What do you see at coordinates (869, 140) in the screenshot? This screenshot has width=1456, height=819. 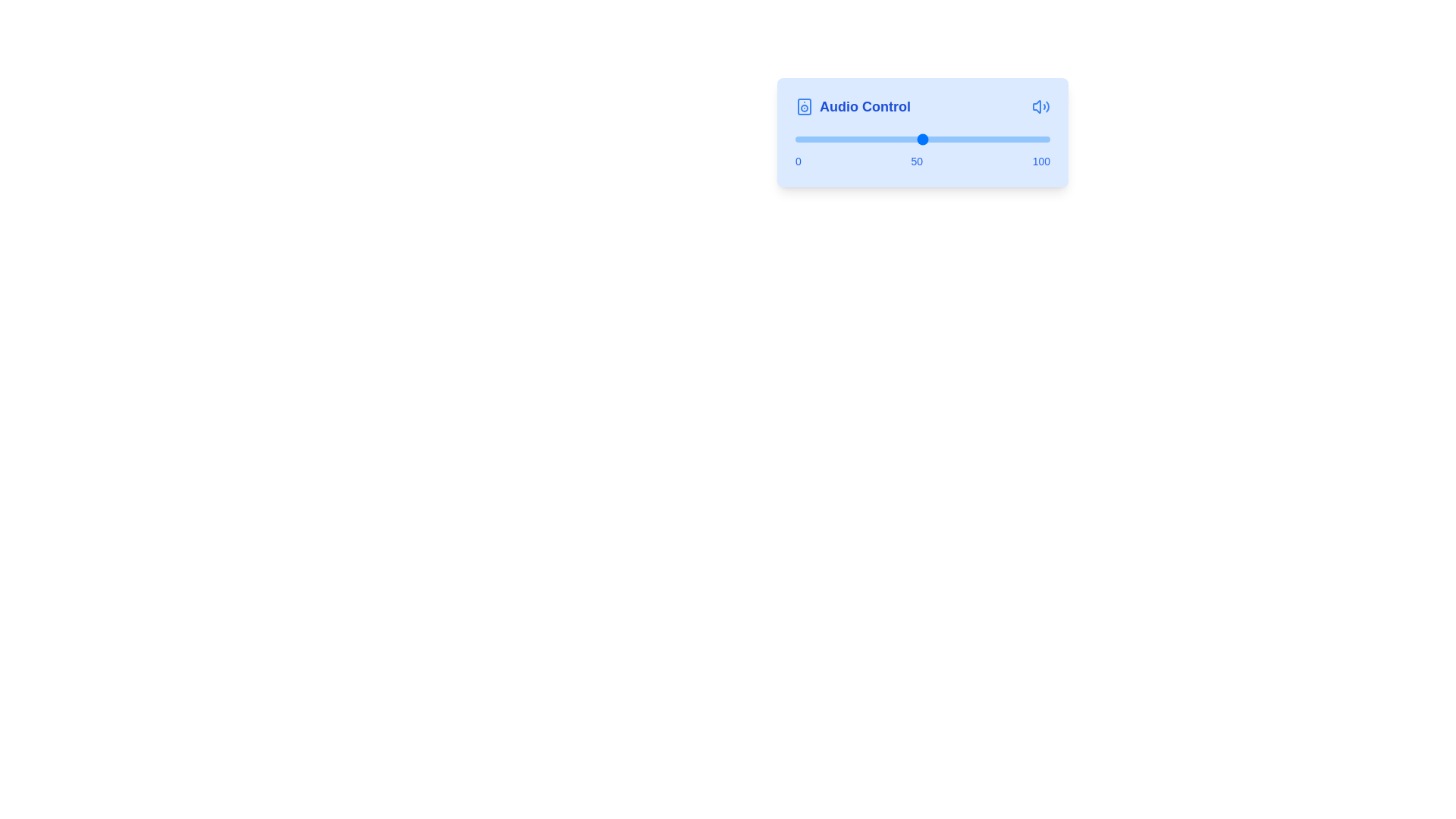 I see `the audio level` at bounding box center [869, 140].